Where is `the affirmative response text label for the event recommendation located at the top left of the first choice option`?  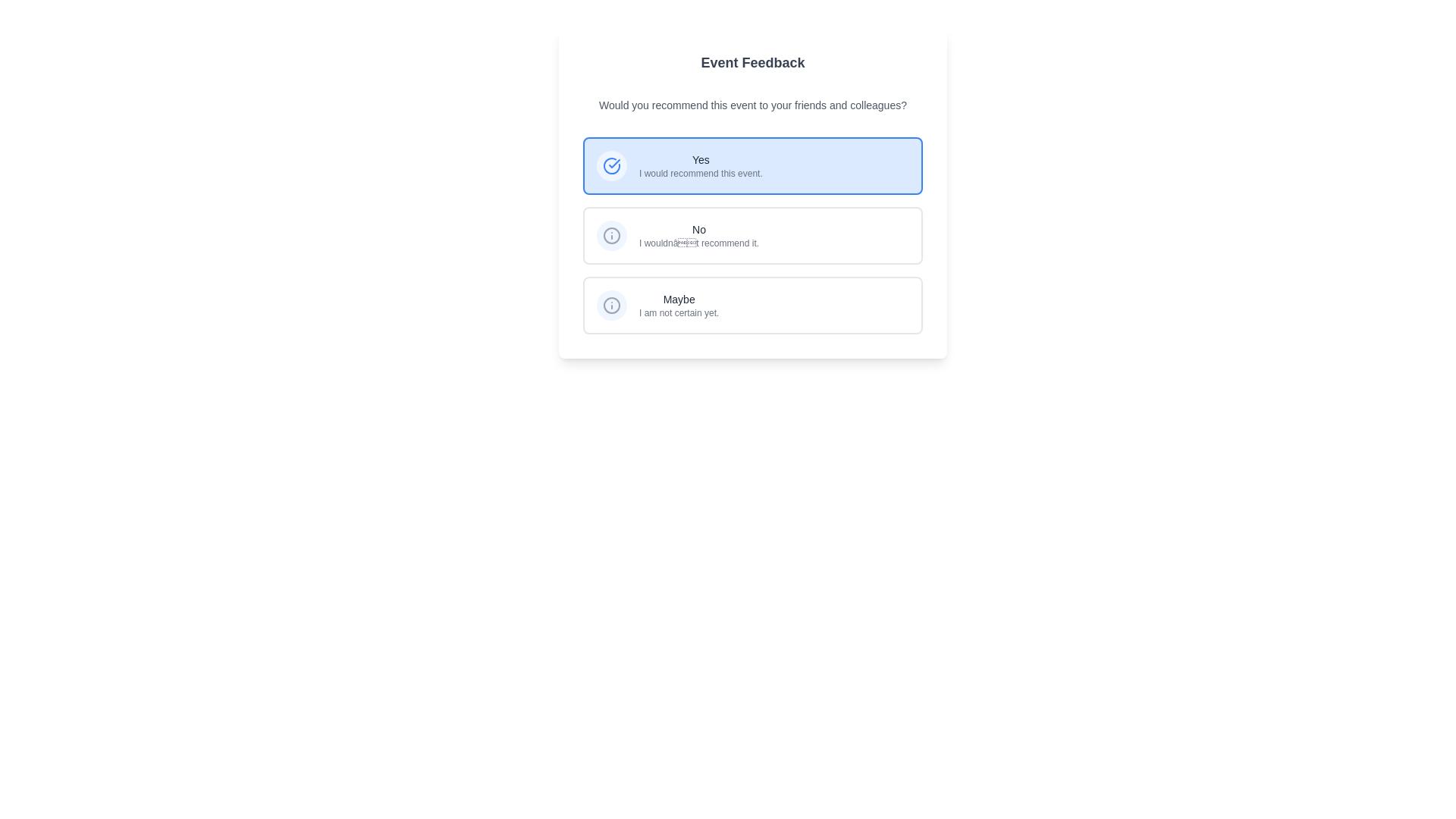
the affirmative response text label for the event recommendation located at the top left of the first choice option is located at coordinates (700, 160).